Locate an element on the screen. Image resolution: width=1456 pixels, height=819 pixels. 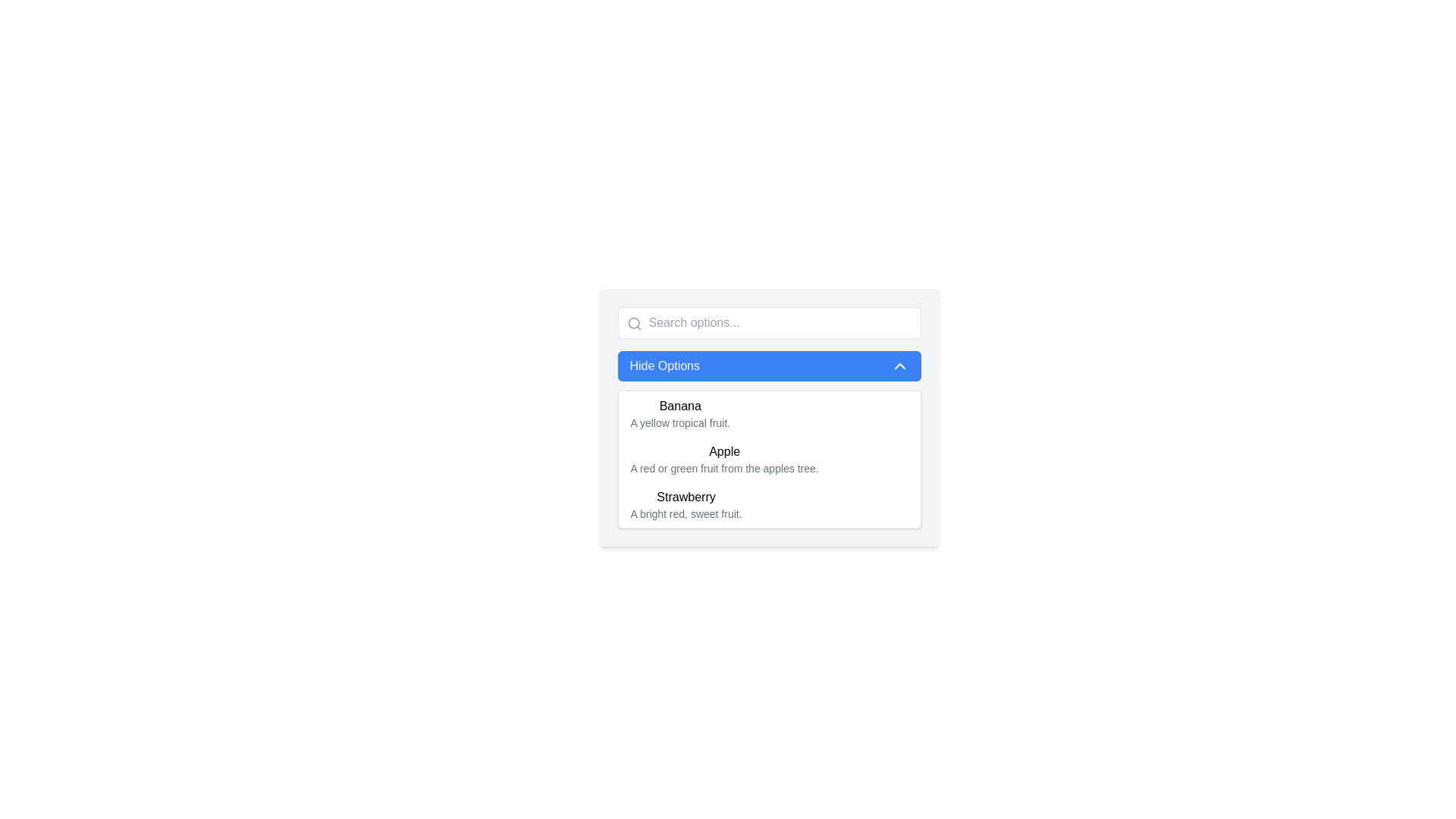
the magnifying glass icon, which is a gray search icon located at the top-left corner inside the text input field is located at coordinates (634, 323).